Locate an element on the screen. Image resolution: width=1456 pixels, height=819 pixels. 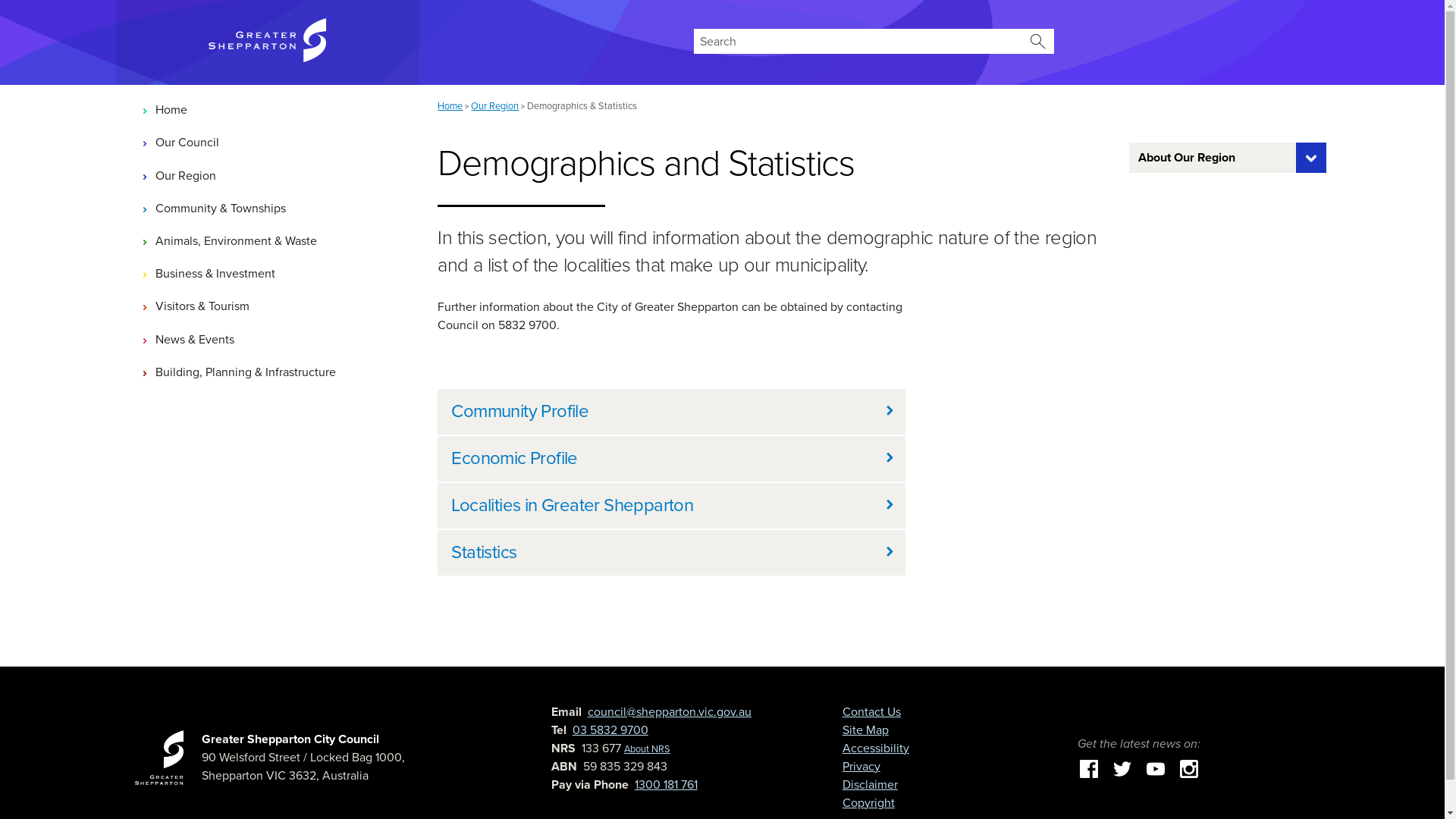
'Copyright' is located at coordinates (868, 802).